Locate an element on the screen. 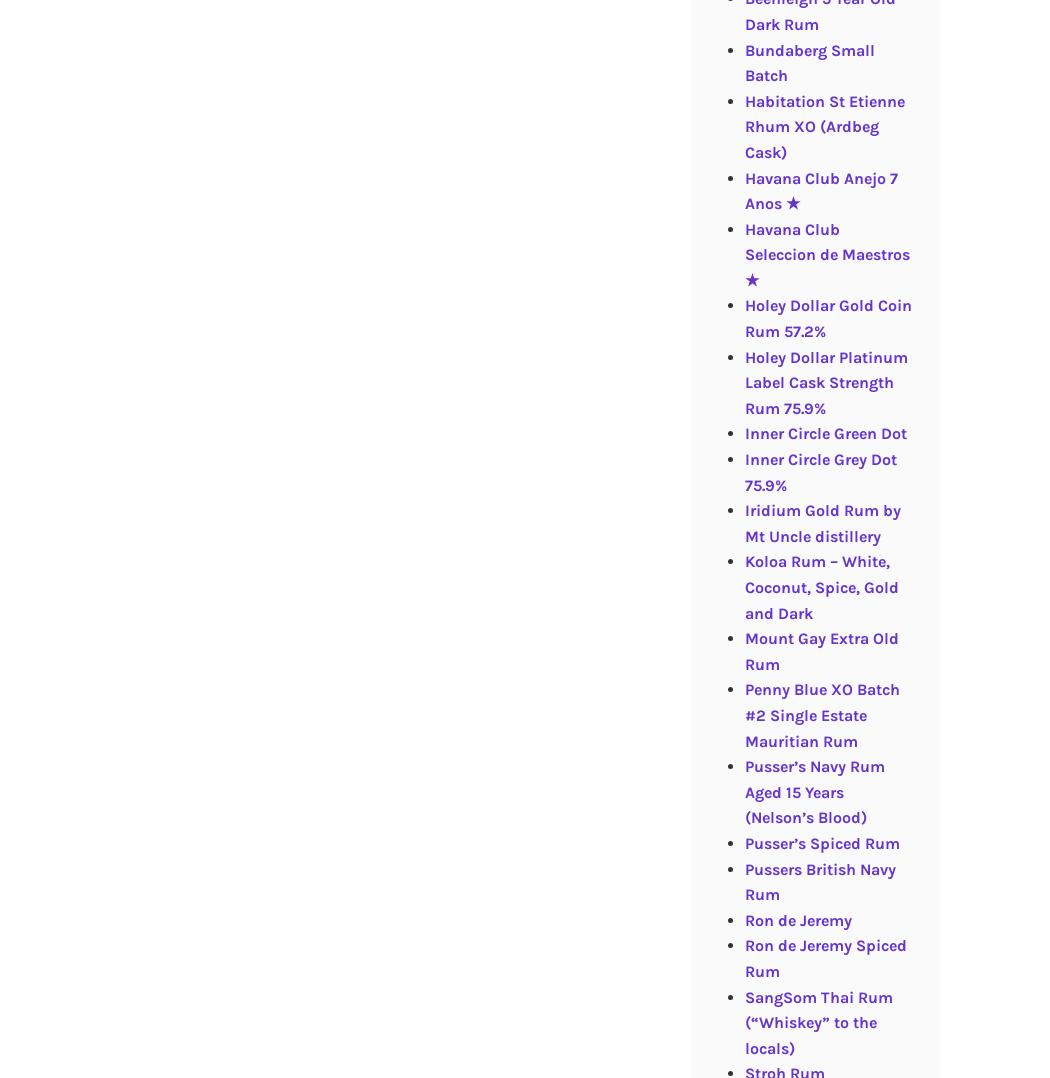  'Mount Gay Extra Old Rum' is located at coordinates (743, 650).